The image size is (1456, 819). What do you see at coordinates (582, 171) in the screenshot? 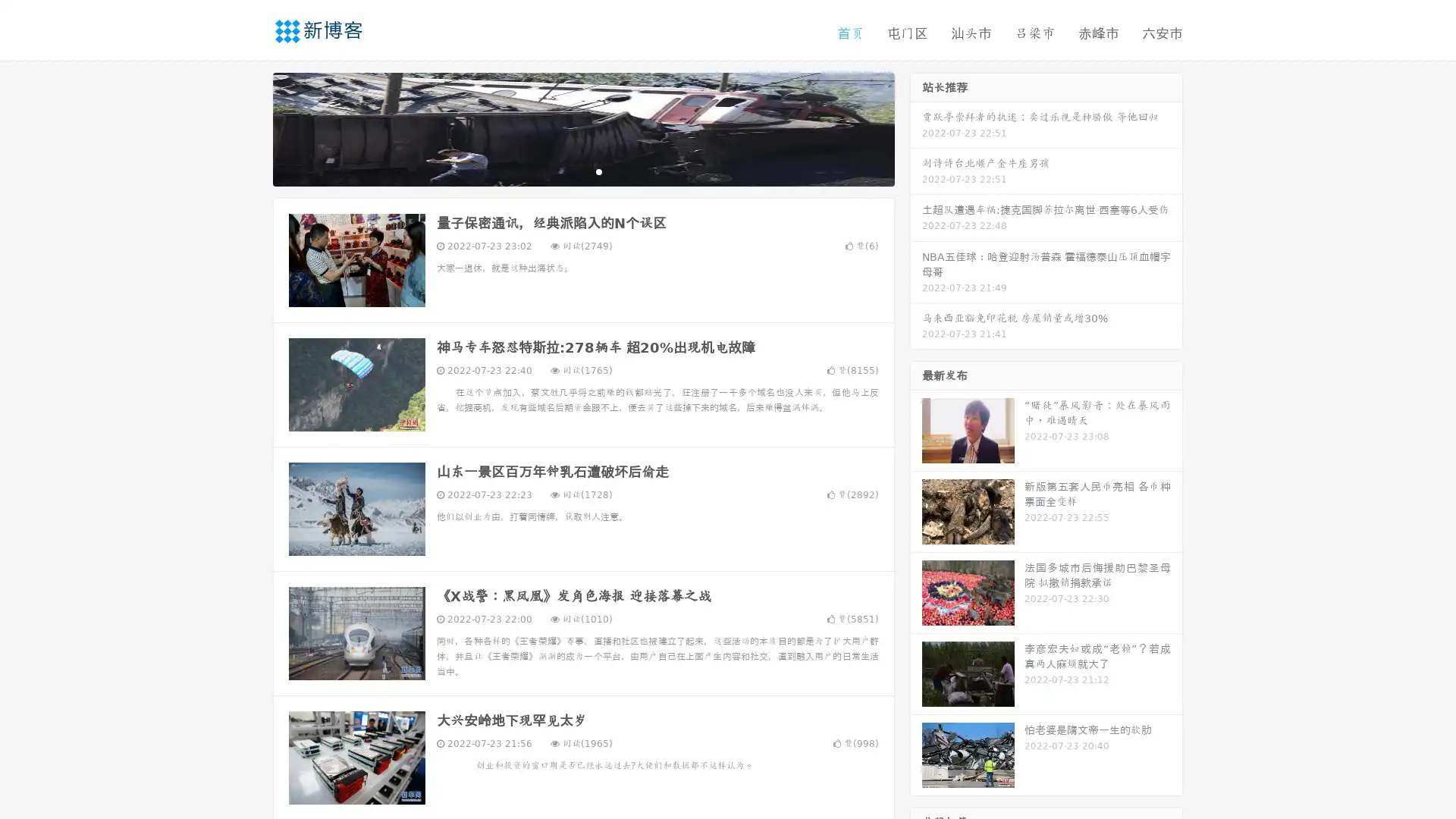
I see `Go to slide 2` at bounding box center [582, 171].